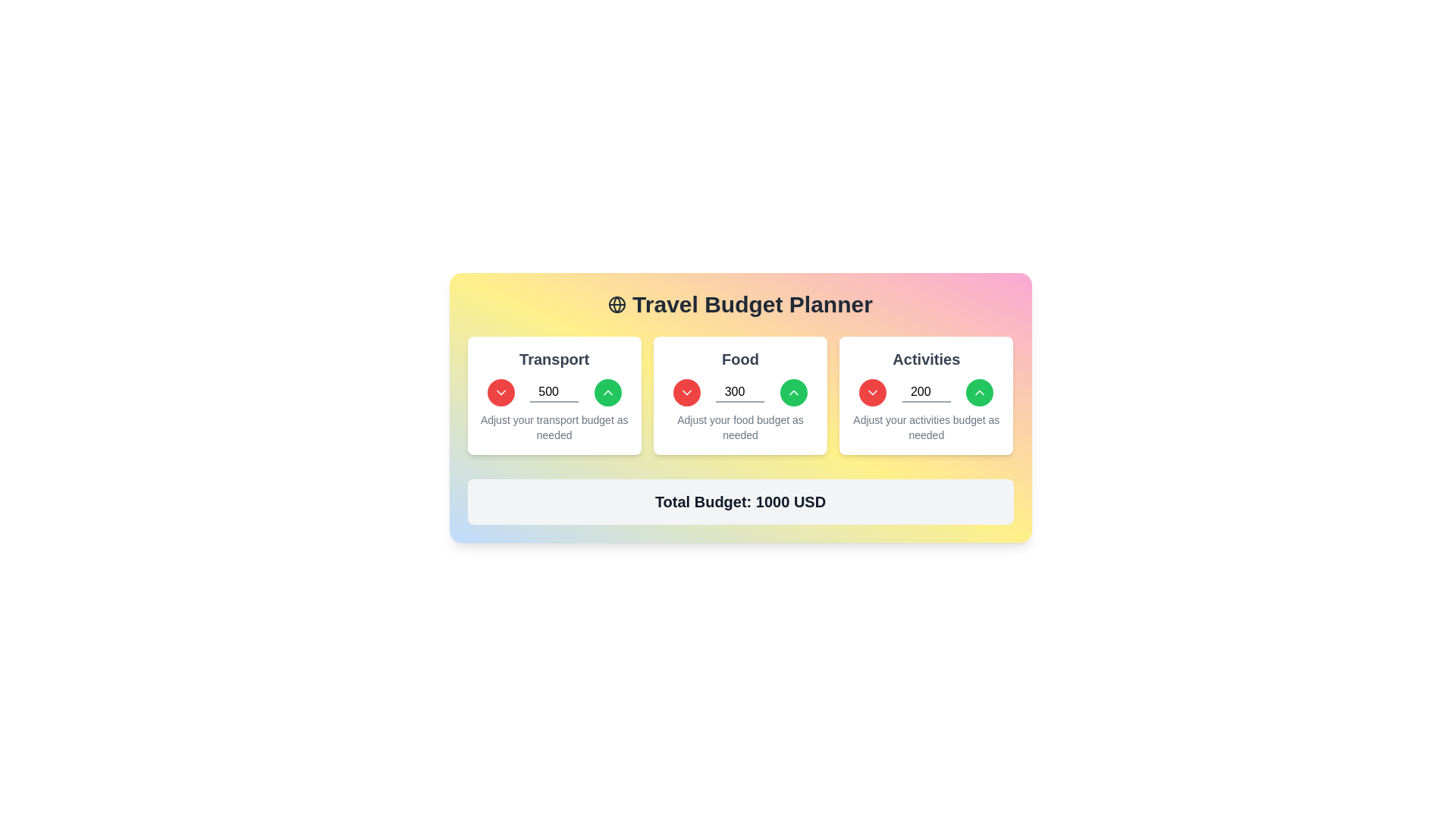  What do you see at coordinates (792, 391) in the screenshot?
I see `the circular green button with a white upward-facing chevron icon located` at bounding box center [792, 391].